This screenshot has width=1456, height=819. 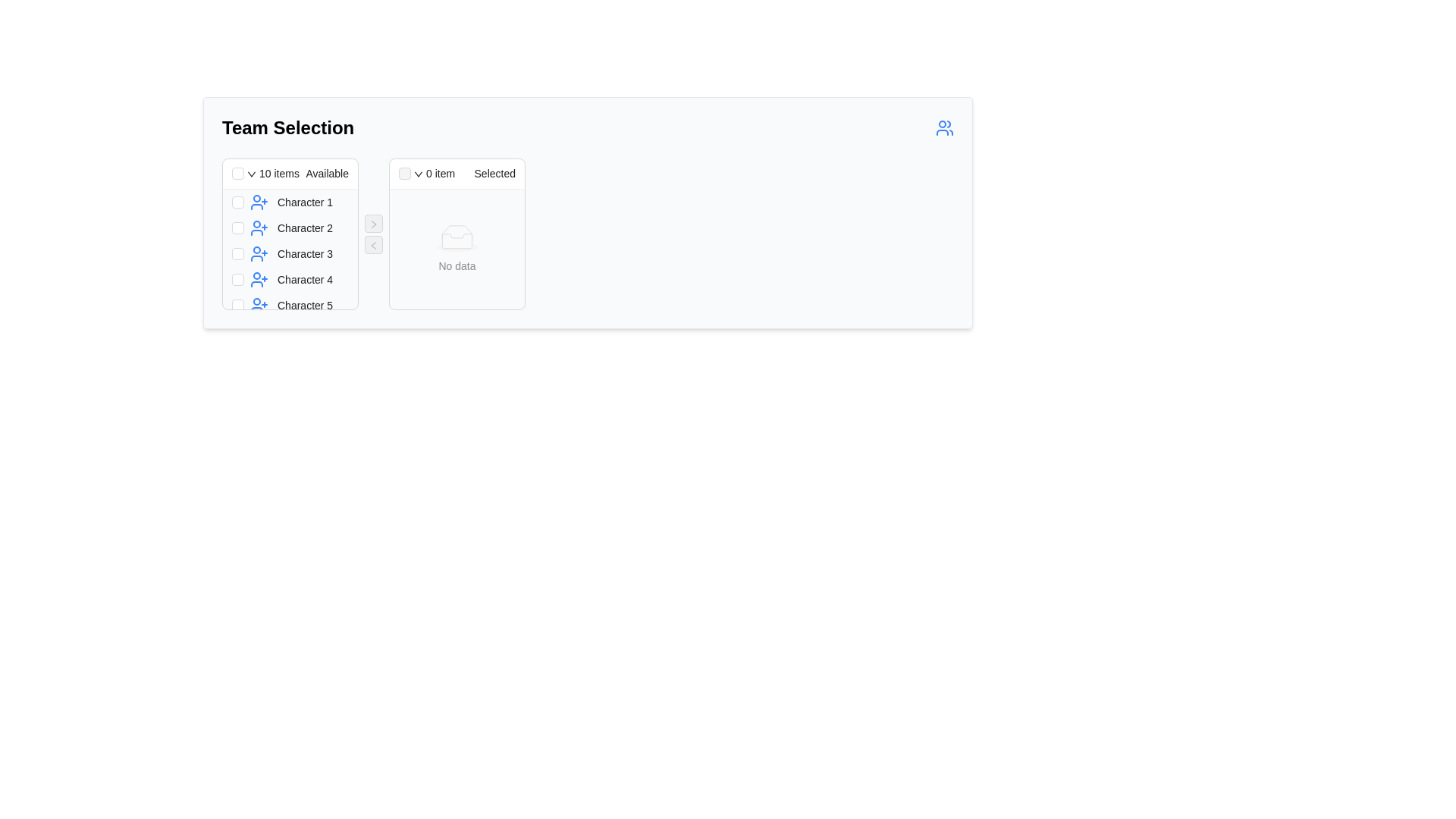 What do you see at coordinates (290, 174) in the screenshot?
I see `the header of the transfer list, which includes an integrated checkbox and dropdown` at bounding box center [290, 174].